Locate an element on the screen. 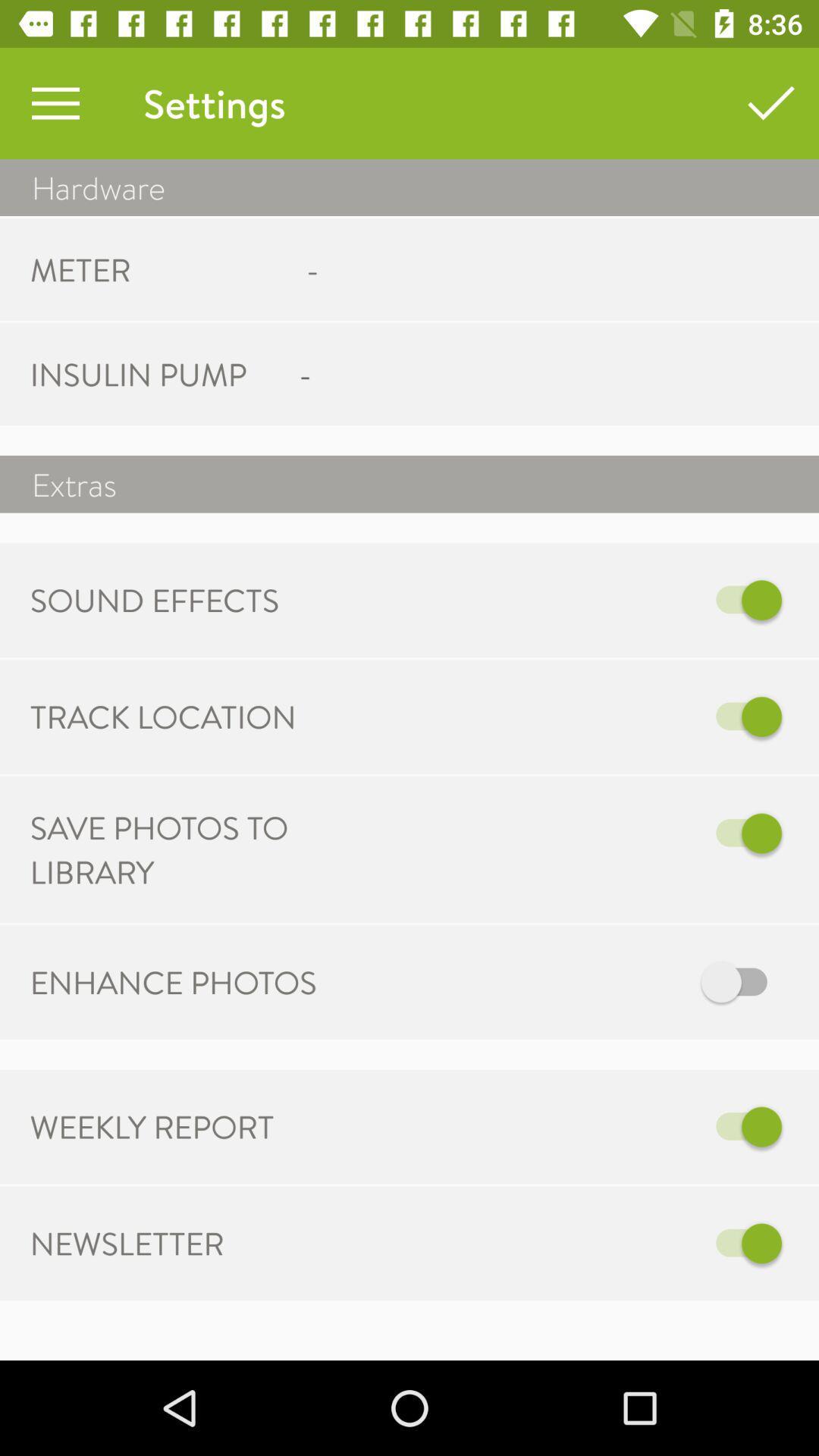  item to the right of track location is located at coordinates (566, 716).